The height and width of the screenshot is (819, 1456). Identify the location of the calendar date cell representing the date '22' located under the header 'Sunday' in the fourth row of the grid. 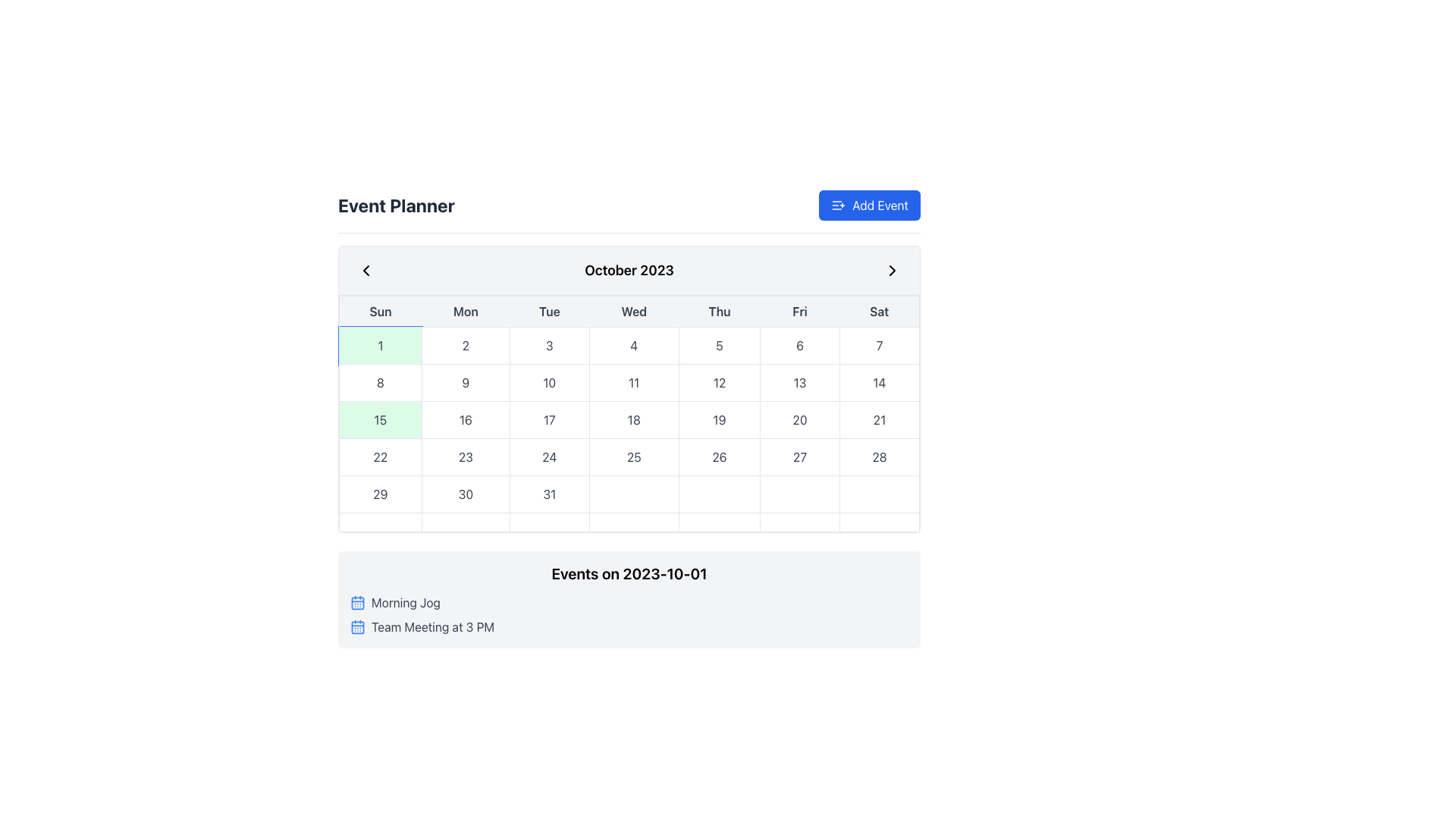
(380, 456).